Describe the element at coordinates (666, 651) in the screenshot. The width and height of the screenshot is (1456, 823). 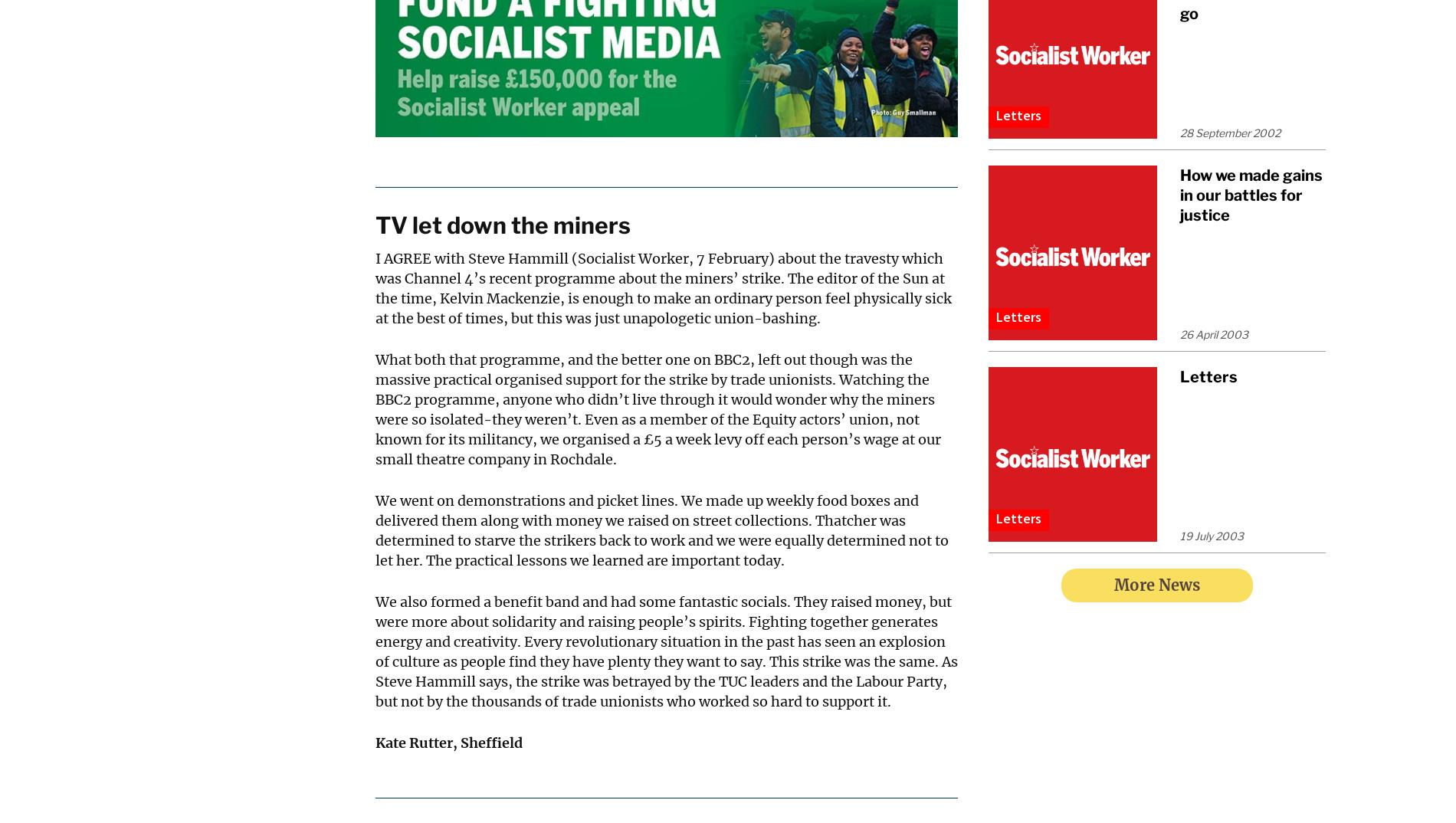
I see `'We also formed a benefit band and had some fantastic socials. They raised money, but were more about solidarity and raising people’s spirits. Fighting together generates energy and creativity. Every revolutionary situation in the past has seen an explosion of culture as people find they have plenty they want to say. This strike was the same. As Steve Hammill says, the strike was betrayed by the TUC leaders and the Labour Party, but not by the thousands of trade unionists who worked so hard to support it.'` at that location.